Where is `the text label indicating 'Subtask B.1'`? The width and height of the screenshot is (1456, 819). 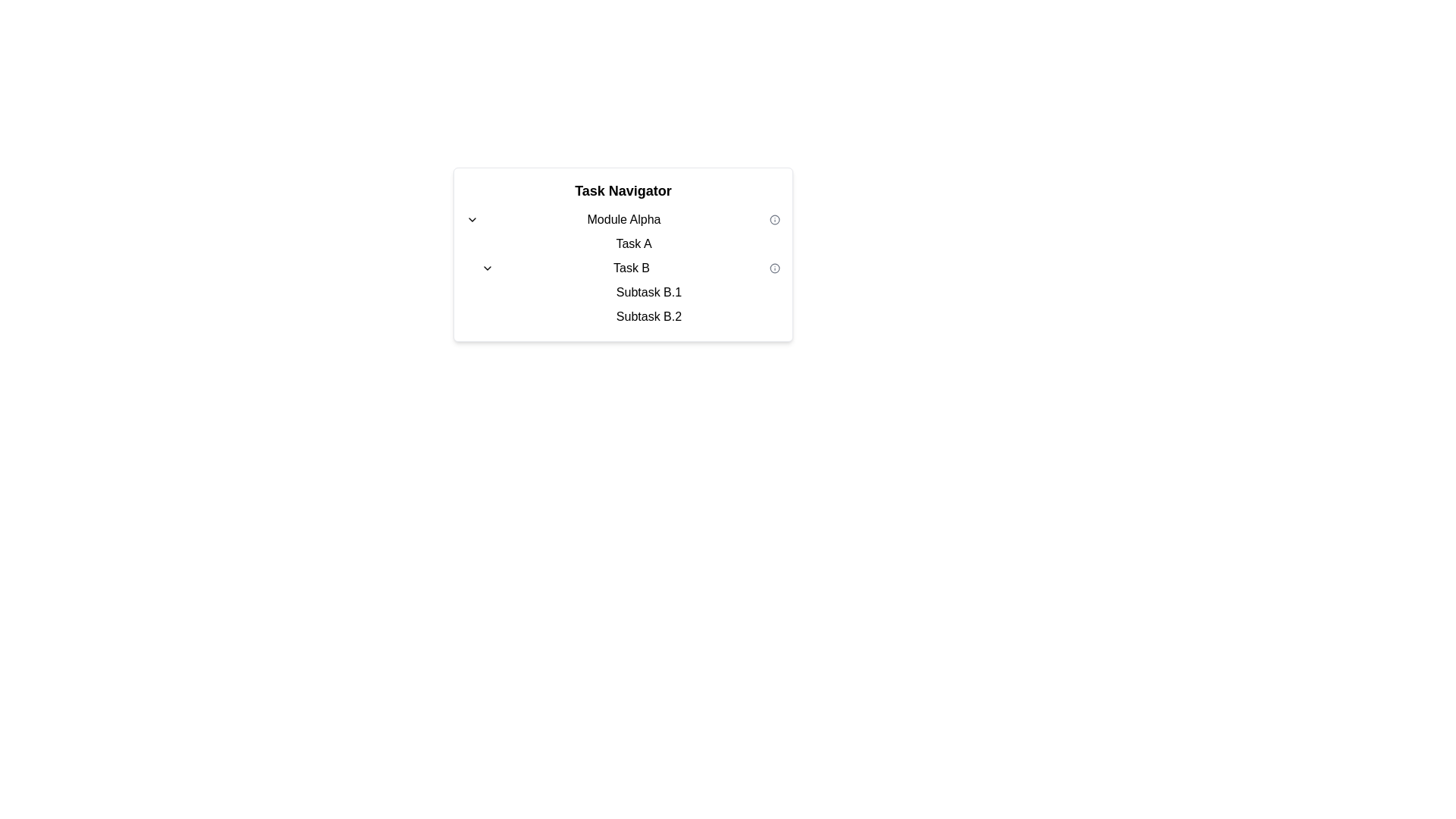
the text label indicating 'Subtask B.1' is located at coordinates (648, 292).